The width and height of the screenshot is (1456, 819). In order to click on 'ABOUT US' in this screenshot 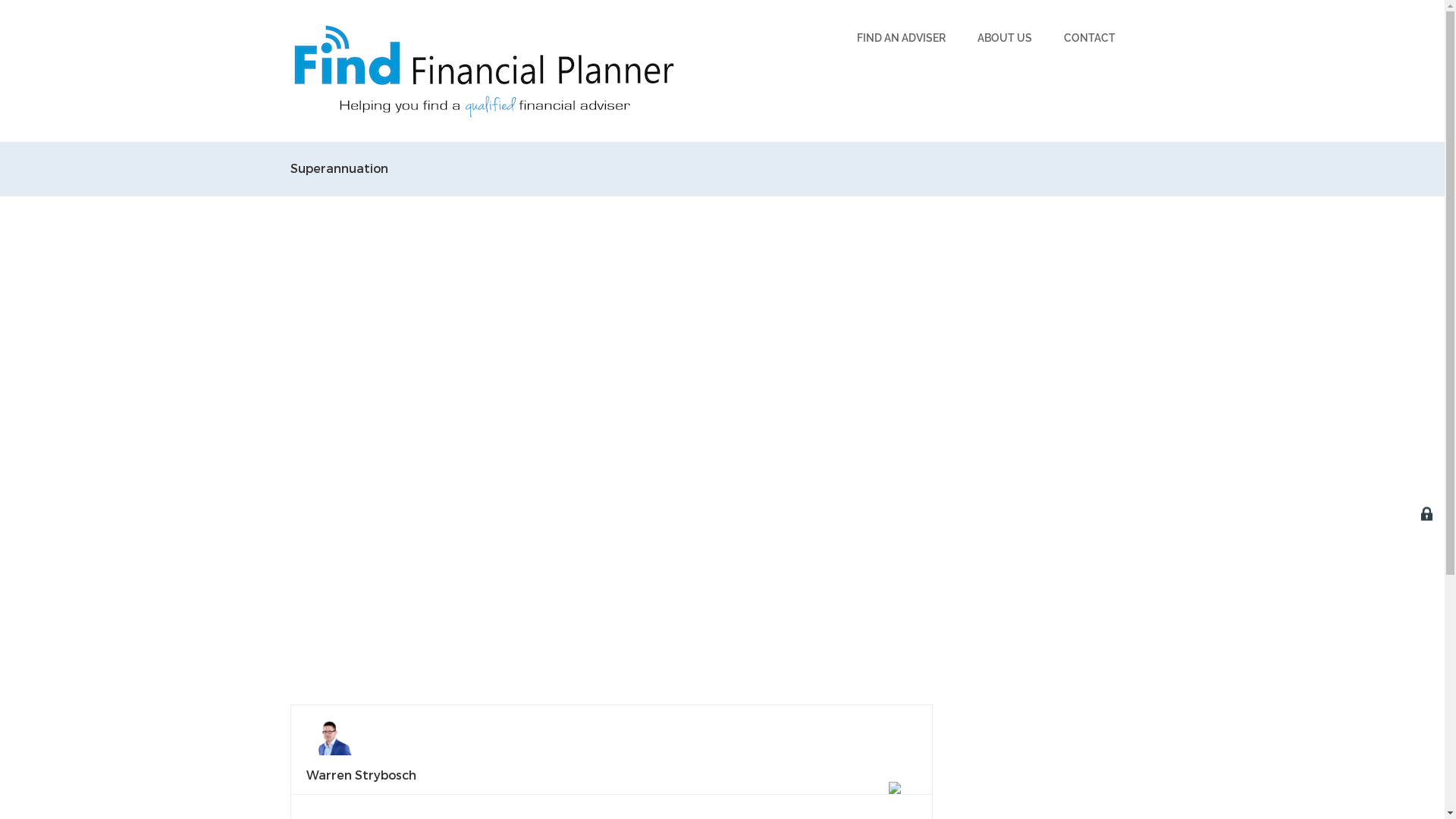, I will do `click(1004, 37)`.